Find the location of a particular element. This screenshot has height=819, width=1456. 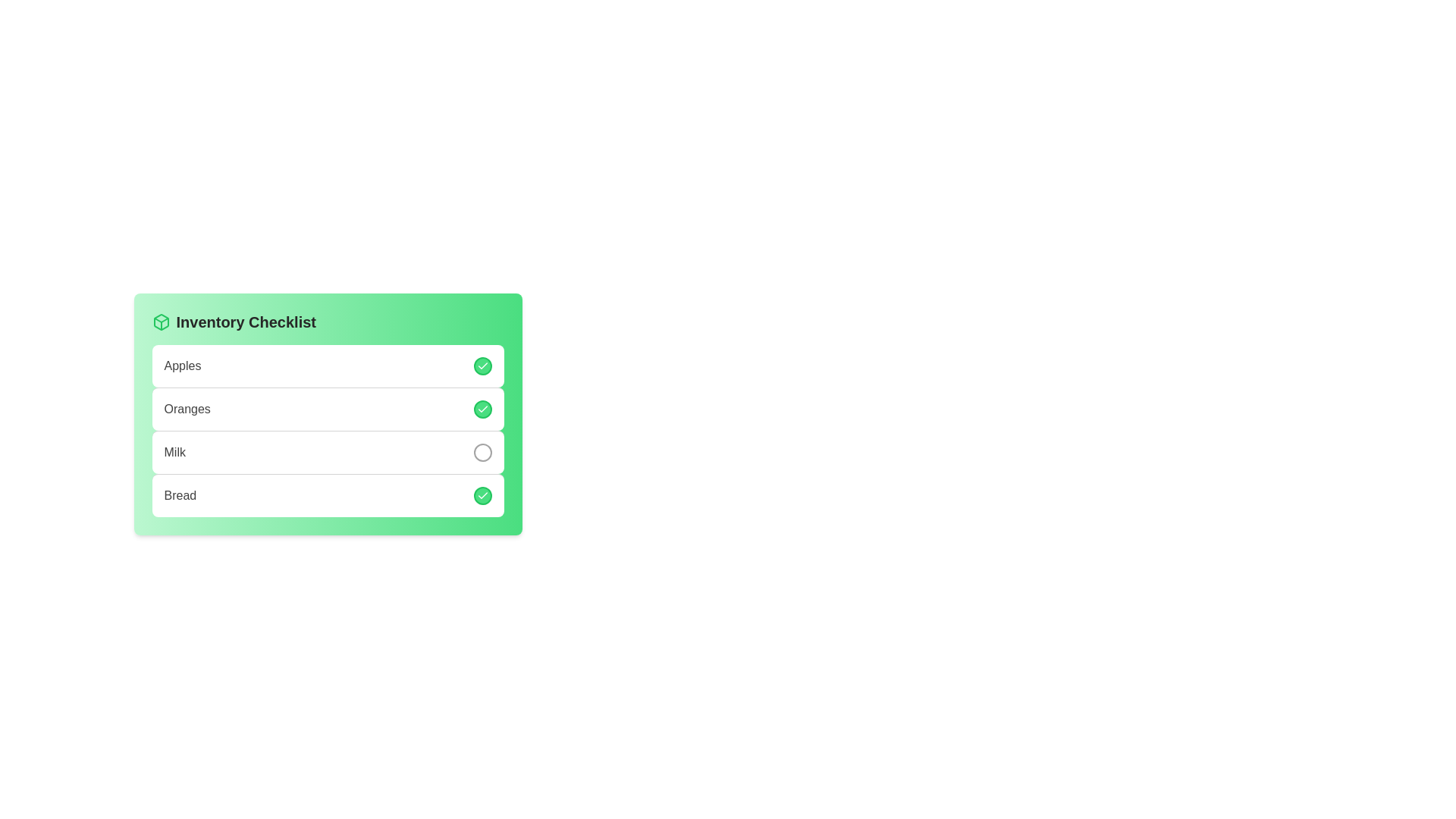

the decorative vector graphic icon shaped like a cube or box located at the top-left corner of the green card titled 'Inventory Checklist' is located at coordinates (161, 321).